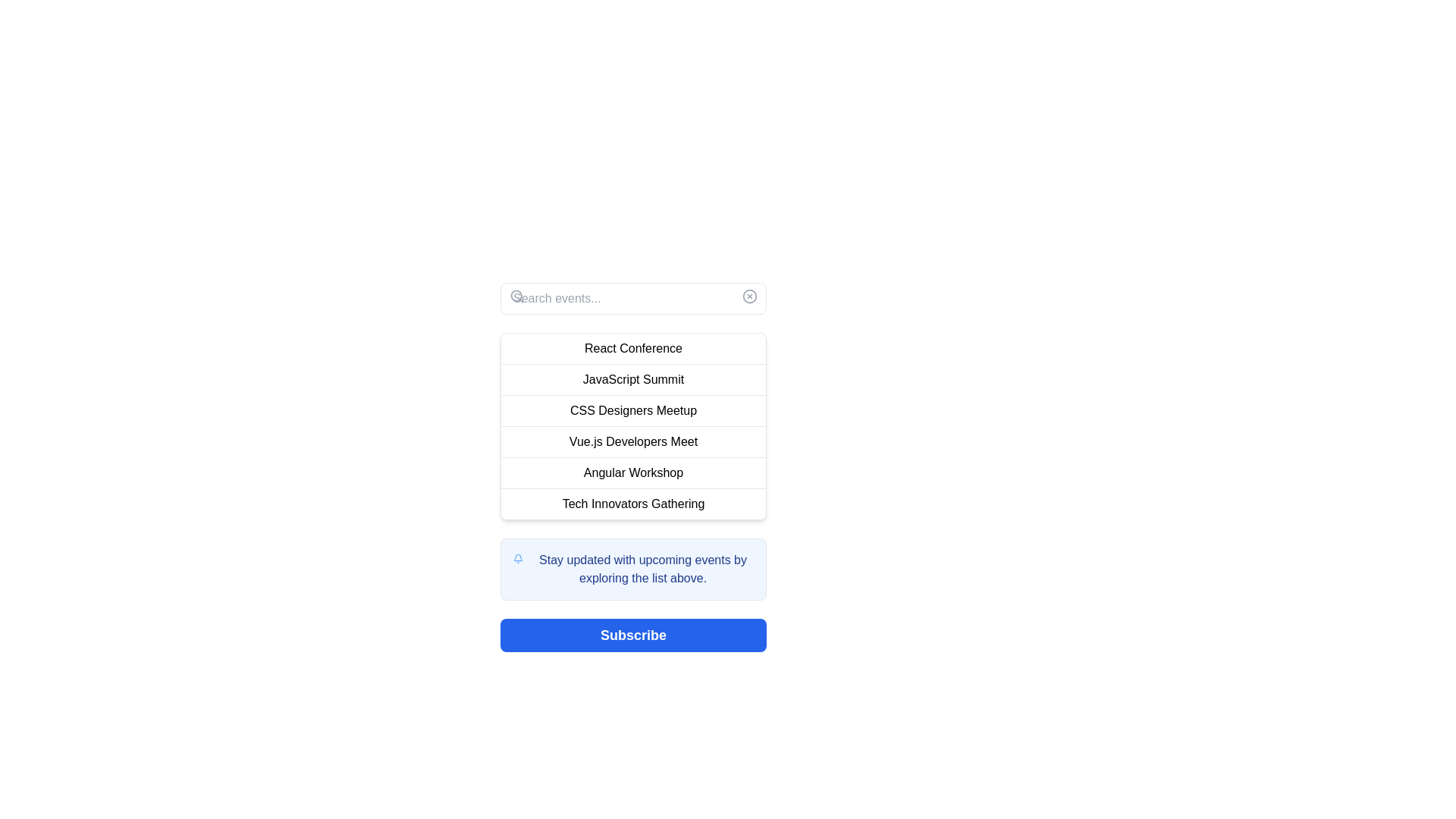 This screenshot has width=1456, height=819. What do you see at coordinates (633, 348) in the screenshot?
I see `the first list item labeled 'React Conference' which is located directly below the search bar and above other event entries in the center-right region of the interface` at bounding box center [633, 348].